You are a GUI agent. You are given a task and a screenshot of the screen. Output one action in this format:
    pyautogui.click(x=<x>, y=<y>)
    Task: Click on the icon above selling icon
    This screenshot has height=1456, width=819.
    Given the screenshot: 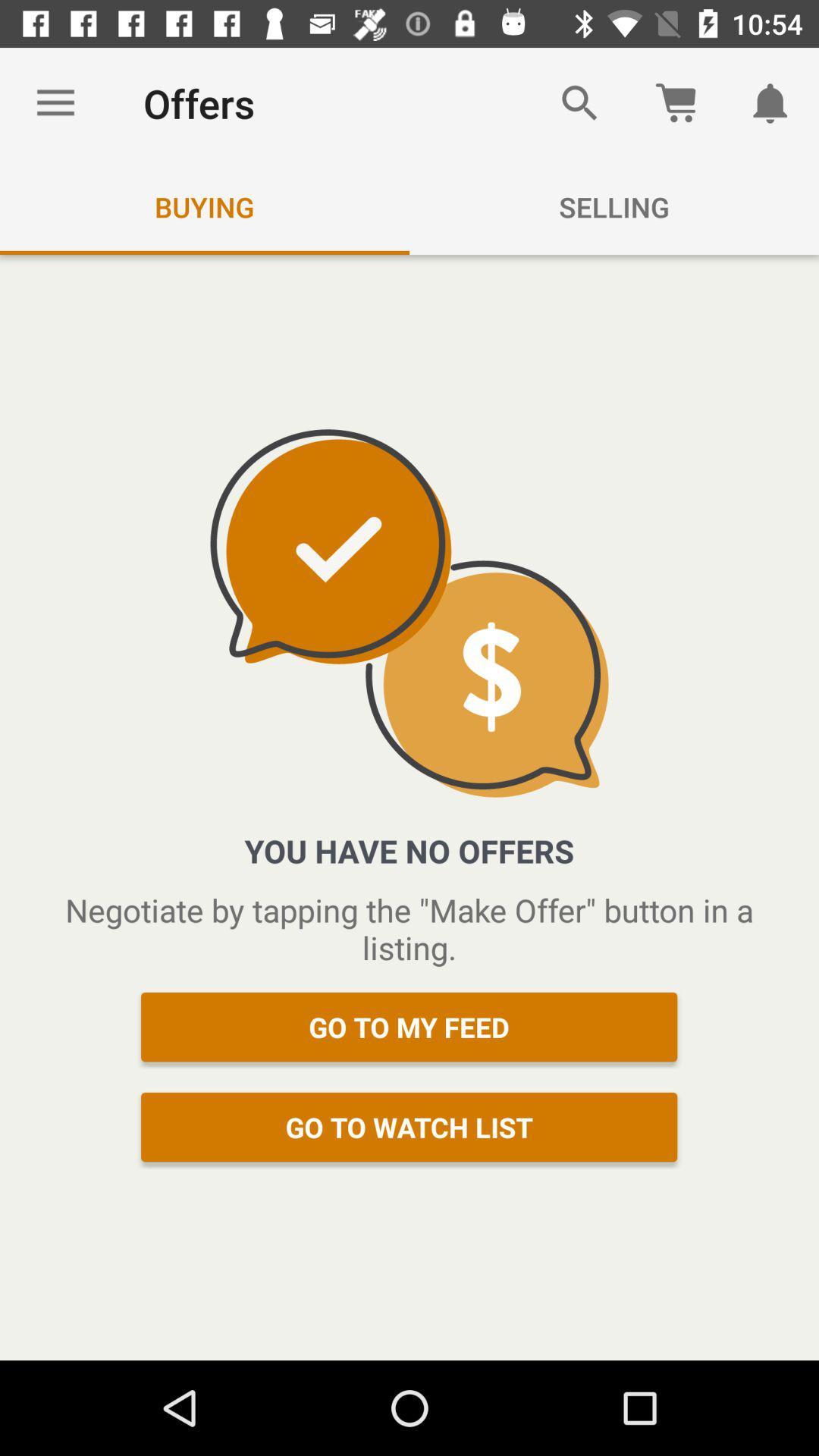 What is the action you would take?
    pyautogui.click(x=579, y=102)
    